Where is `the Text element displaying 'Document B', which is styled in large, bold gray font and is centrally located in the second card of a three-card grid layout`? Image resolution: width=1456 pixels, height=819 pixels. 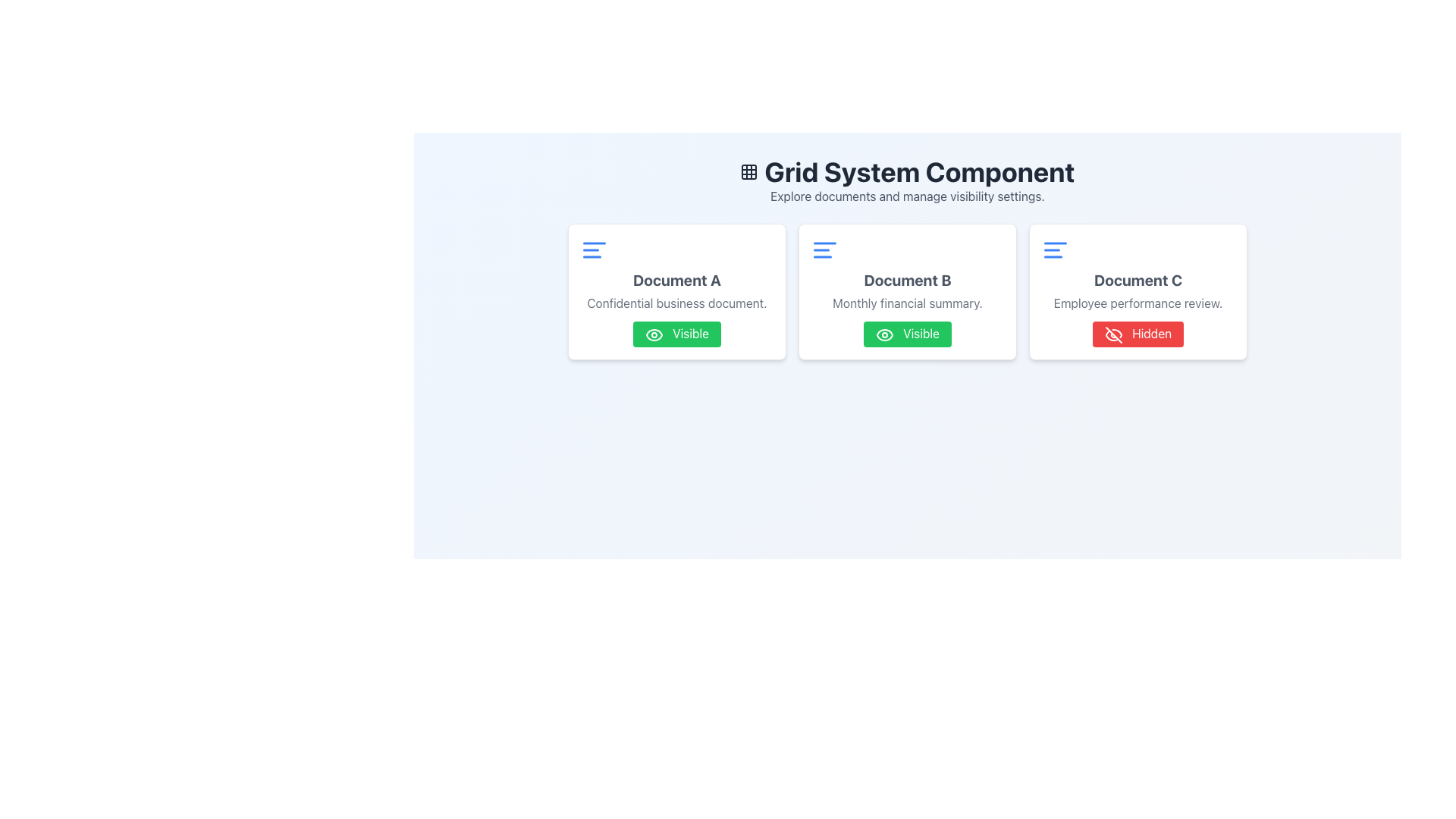 the Text element displaying 'Document B', which is styled in large, bold gray font and is centrally located in the second card of a three-card grid layout is located at coordinates (907, 281).